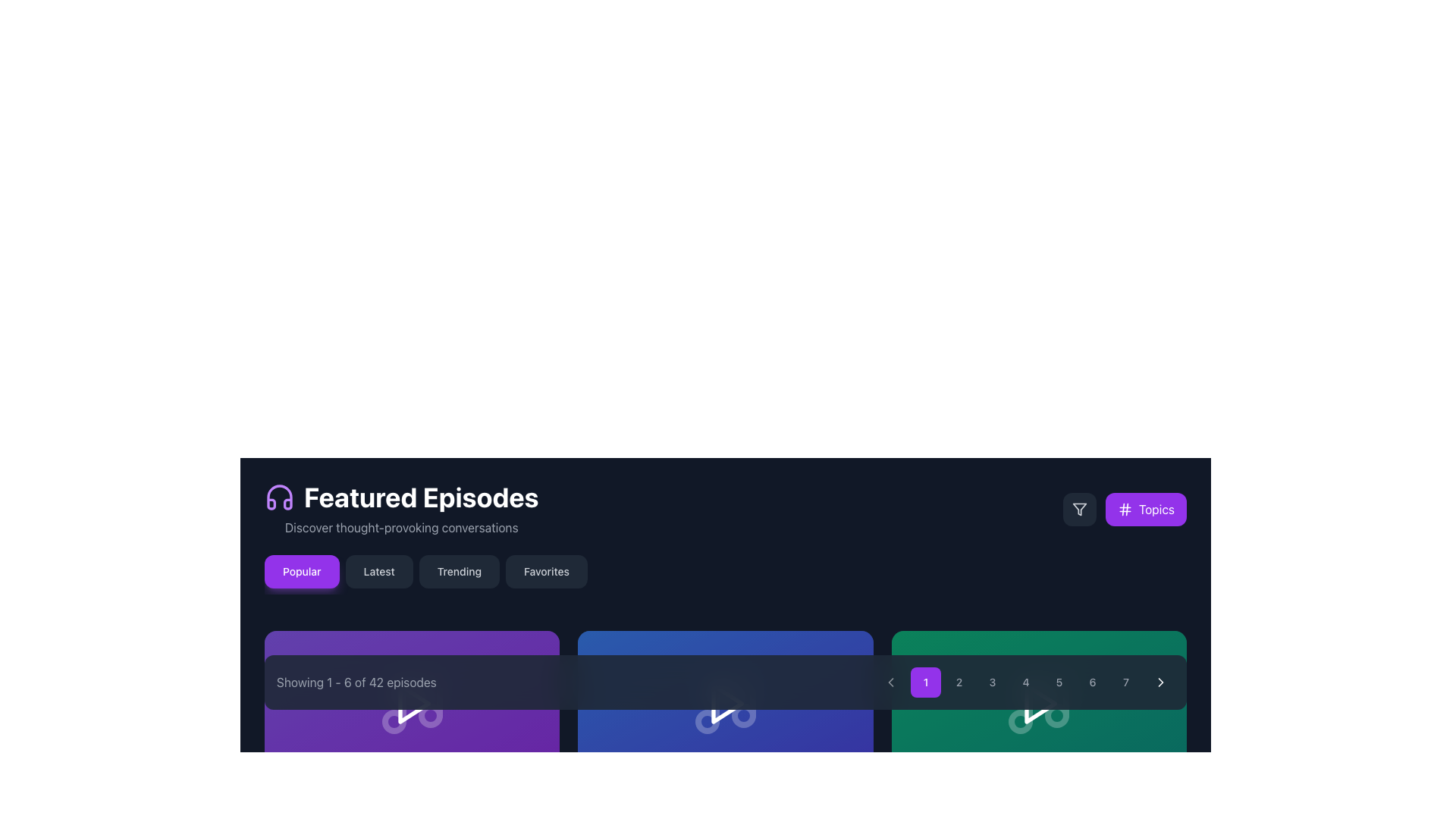 This screenshot has width=1456, height=819. I want to click on the pagination page number button, so click(724, 681).